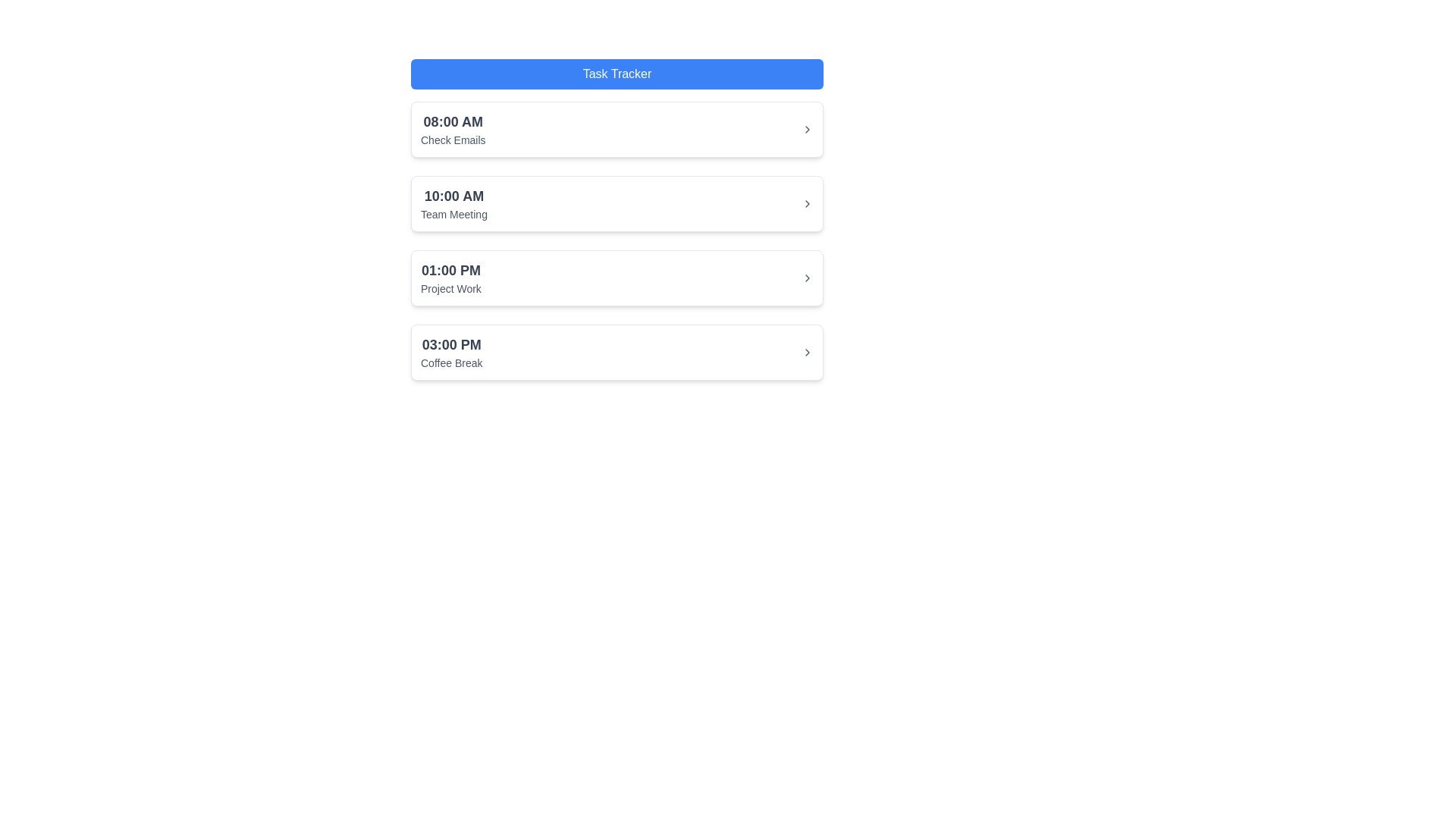  What do you see at coordinates (450, 289) in the screenshot?
I see `the static text element located below '01:00 PM' in the third card of the vertical list of time entries` at bounding box center [450, 289].